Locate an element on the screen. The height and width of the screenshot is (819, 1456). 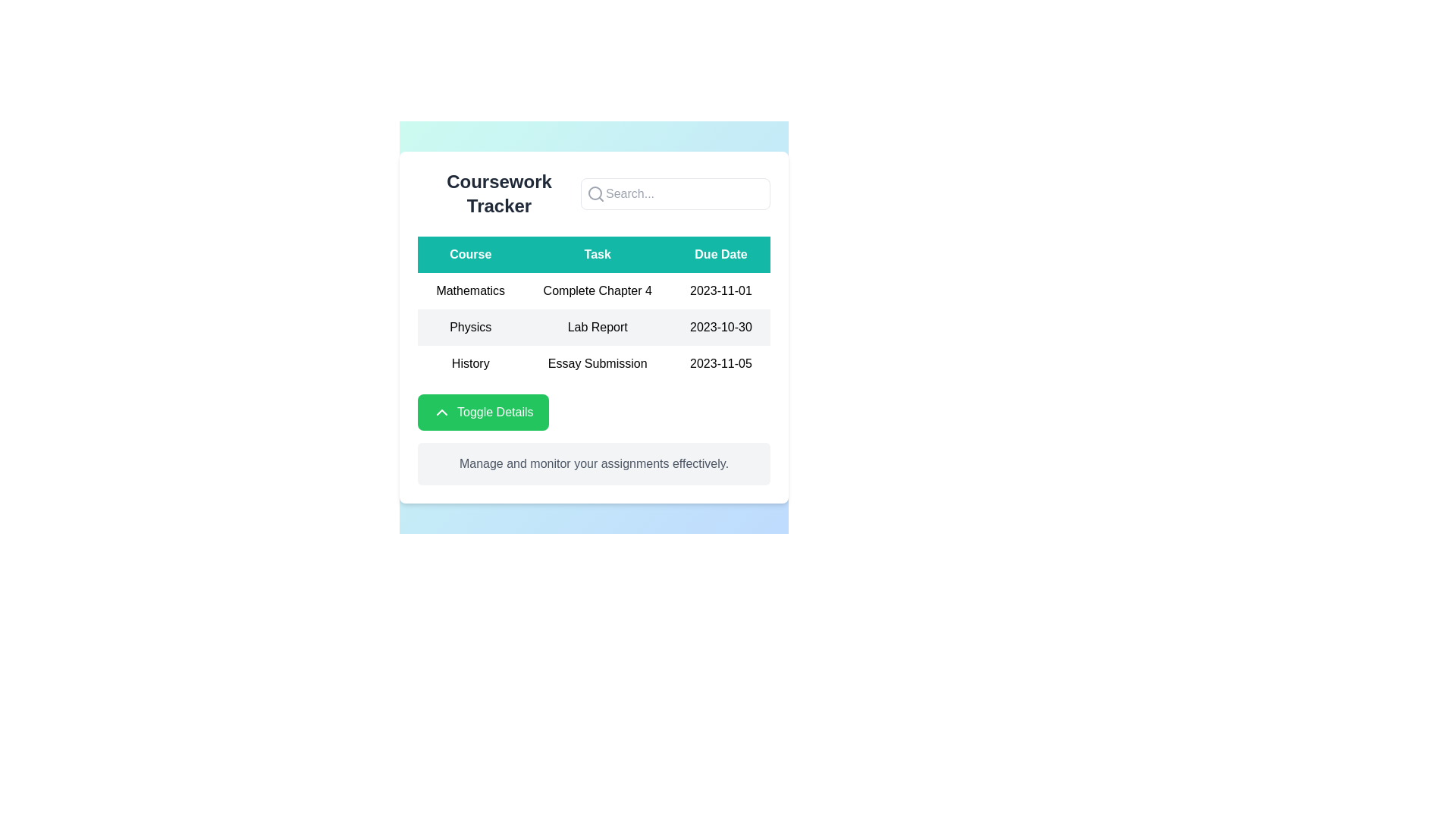
the search icon located on the left side of the input text box within the search field at the top-right section of the UI window is located at coordinates (595, 193).